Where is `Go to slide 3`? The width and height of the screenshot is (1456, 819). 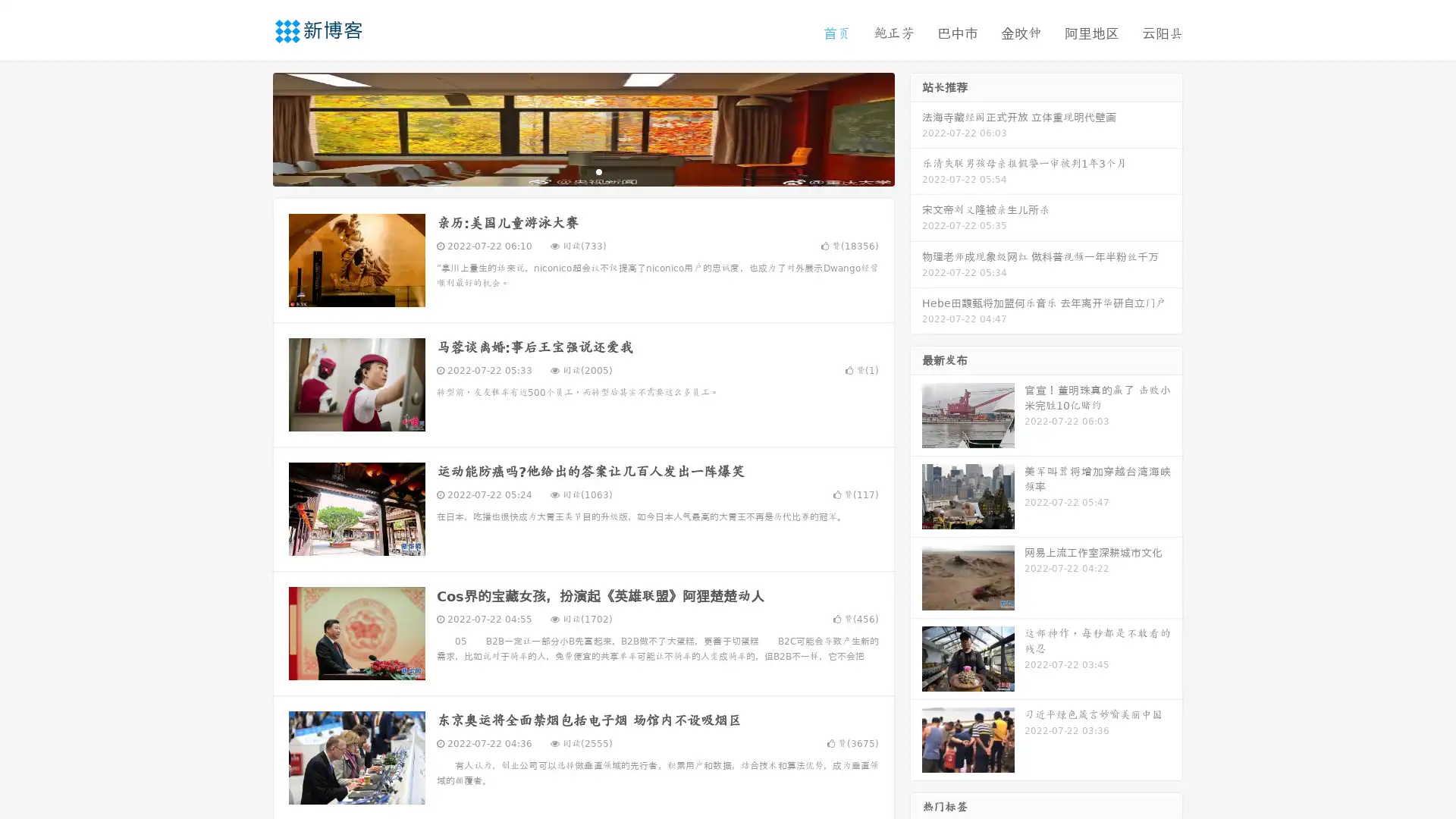
Go to slide 3 is located at coordinates (598, 171).